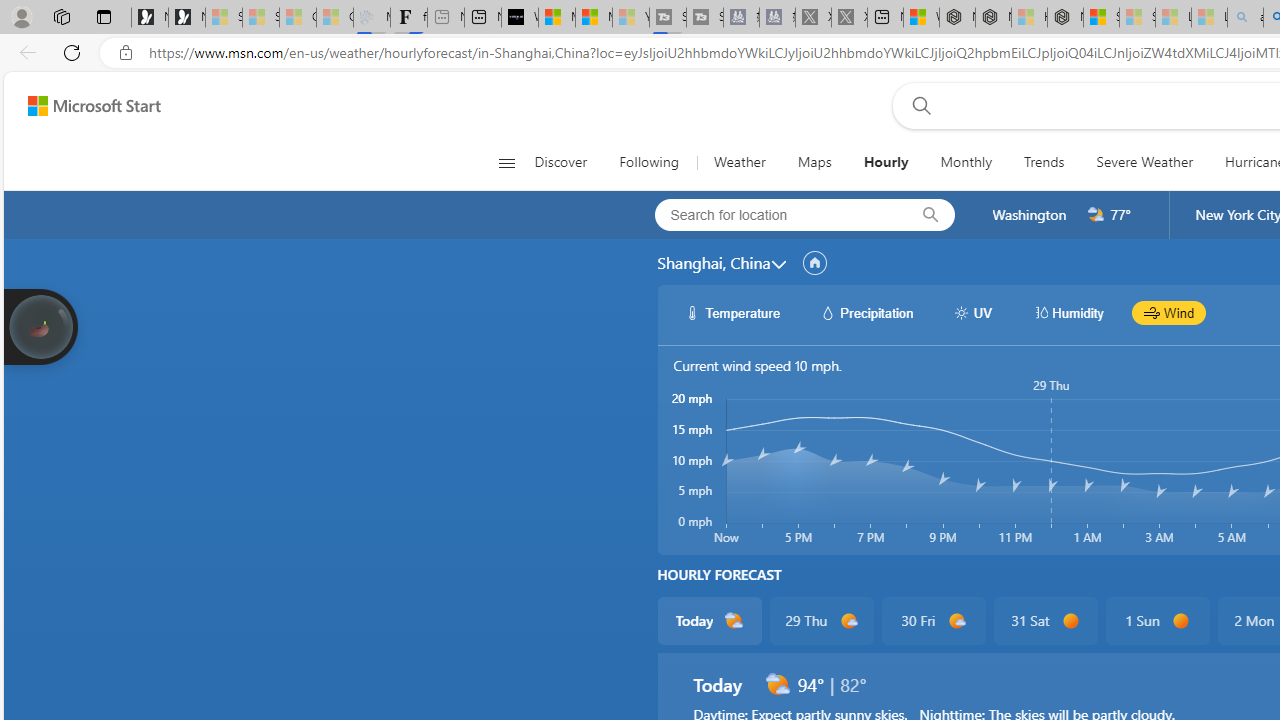 Image resolution: width=1280 pixels, height=720 pixels. Describe the element at coordinates (186, 17) in the screenshot. I see `'Newsletter Sign Up'` at that location.